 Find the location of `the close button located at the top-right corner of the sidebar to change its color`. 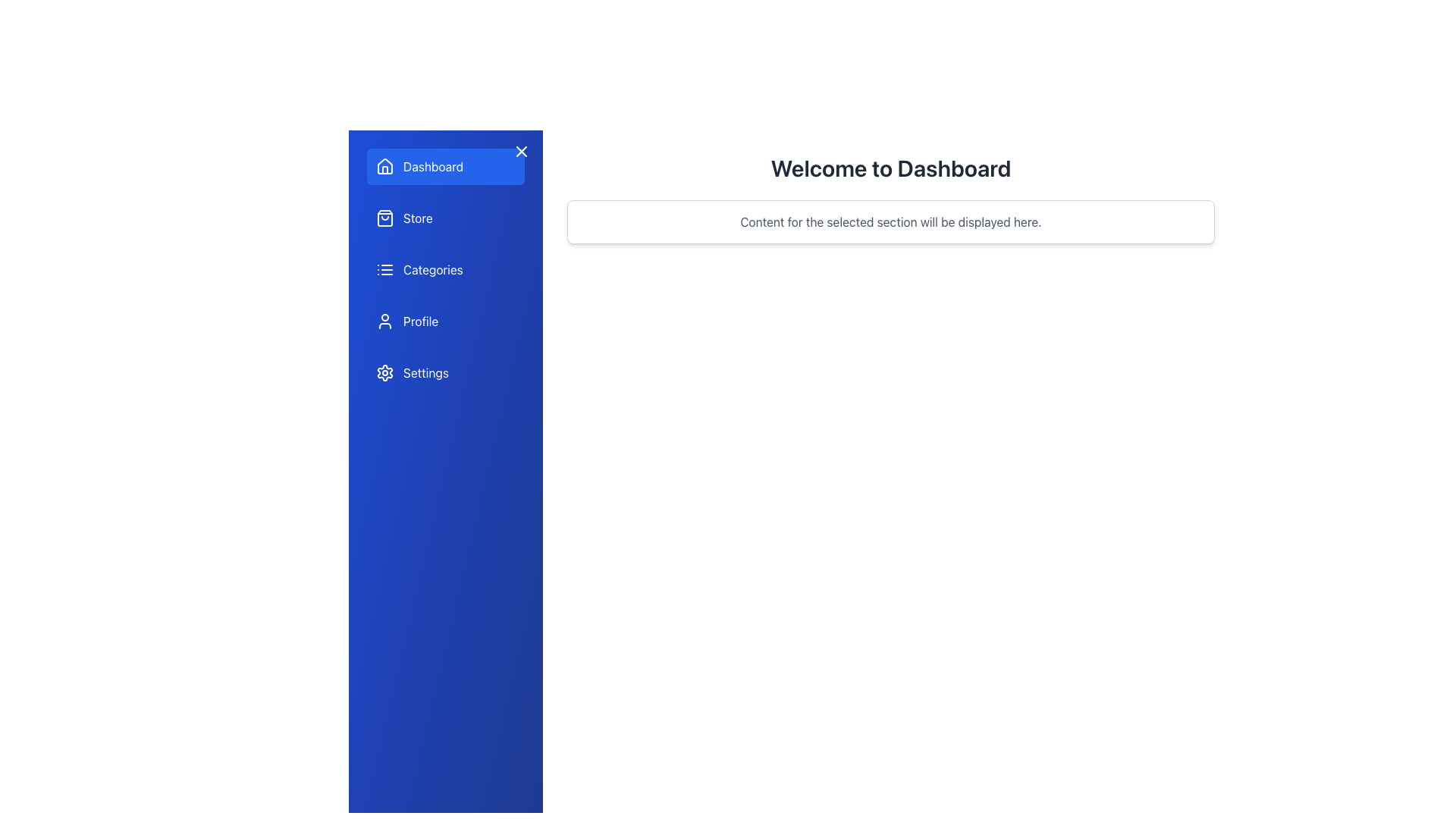

the close button located at the top-right corner of the sidebar to change its color is located at coordinates (521, 152).